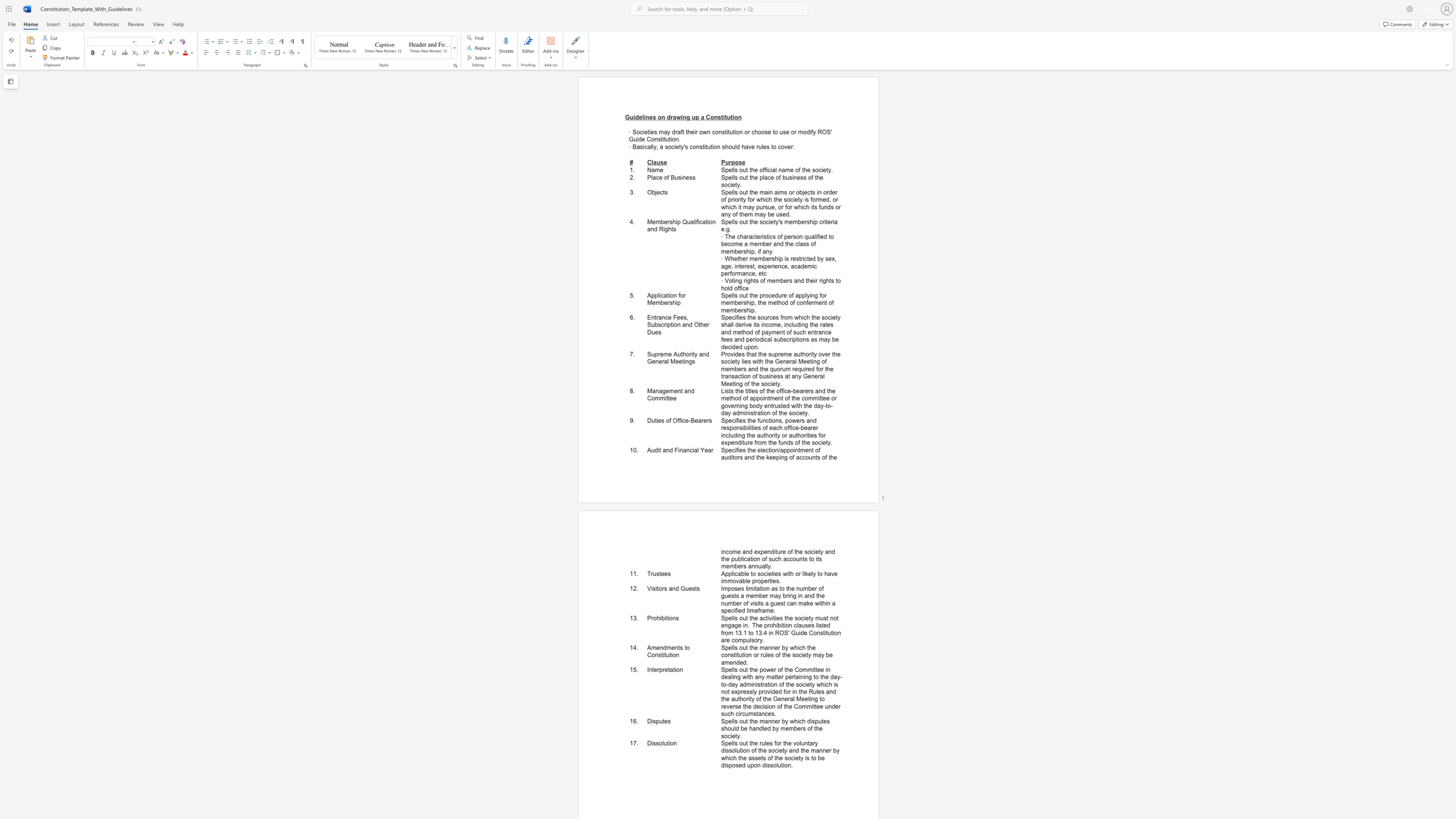  Describe the element at coordinates (760, 170) in the screenshot. I see `the 2th character "o" in the text` at that location.